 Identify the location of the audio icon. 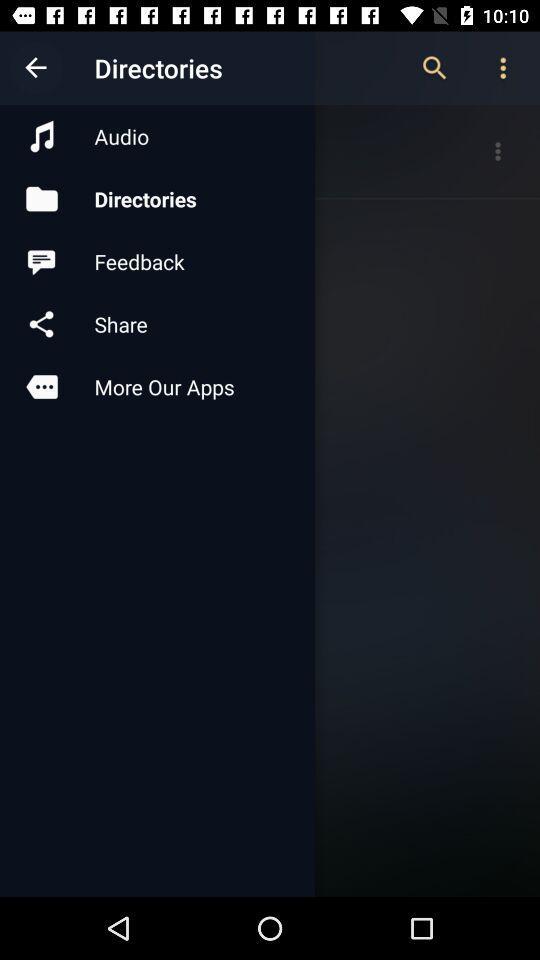
(156, 135).